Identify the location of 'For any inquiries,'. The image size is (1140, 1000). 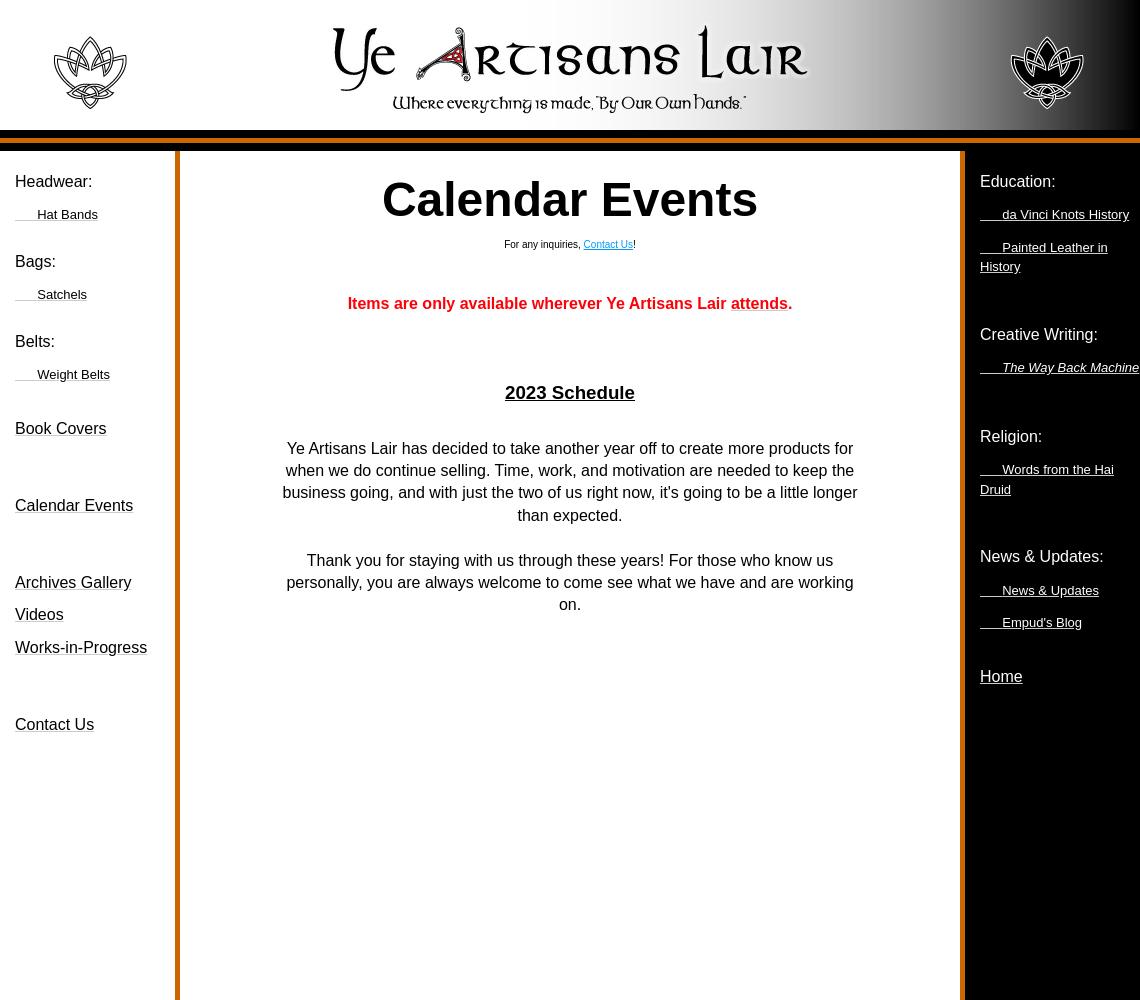
(542, 243).